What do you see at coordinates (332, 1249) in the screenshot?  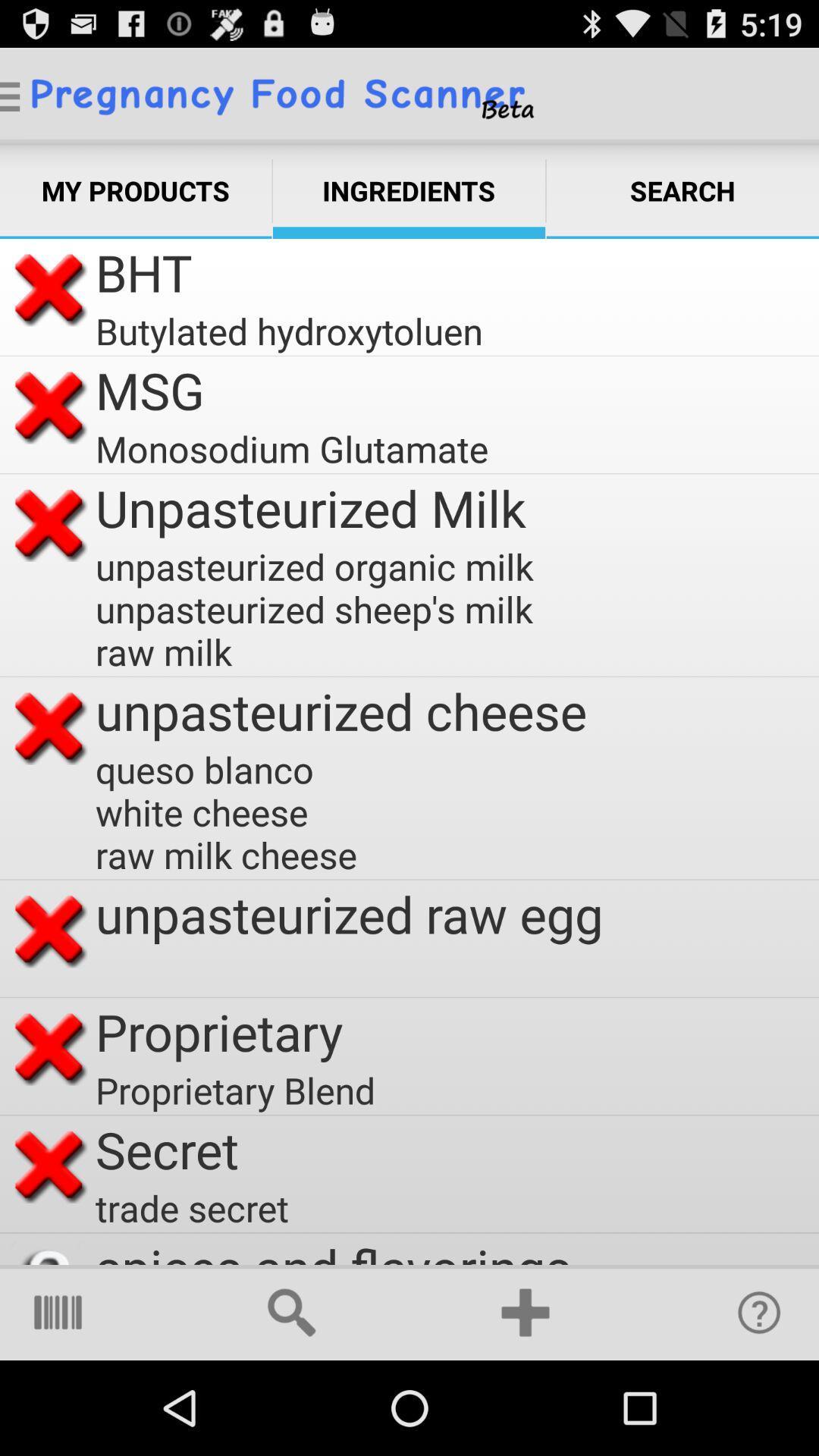 I see `spices and flavorings app` at bounding box center [332, 1249].